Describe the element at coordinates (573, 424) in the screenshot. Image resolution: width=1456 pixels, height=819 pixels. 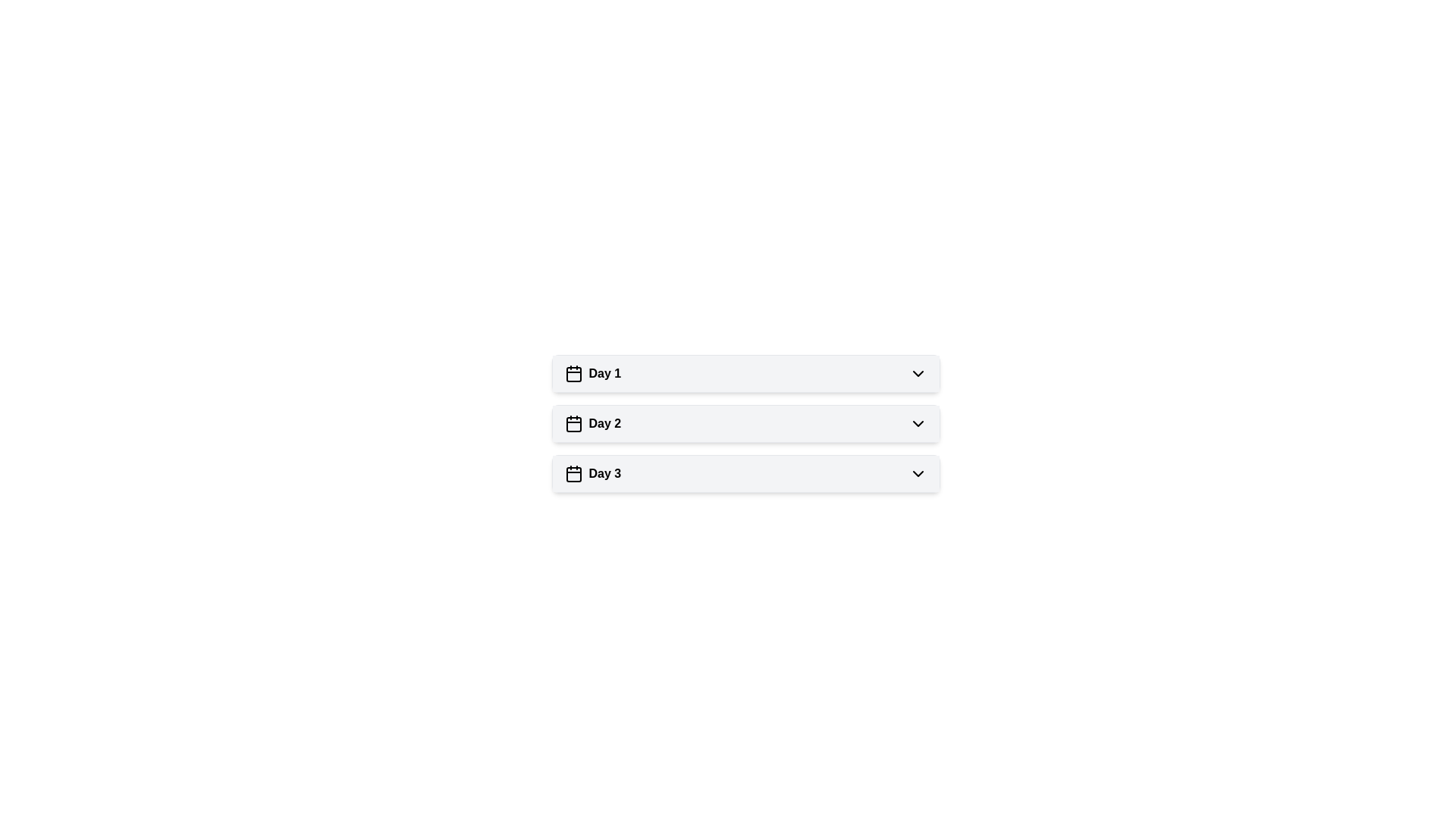
I see `the active red calendar icon located to the left of the 'Day 2' text` at that location.